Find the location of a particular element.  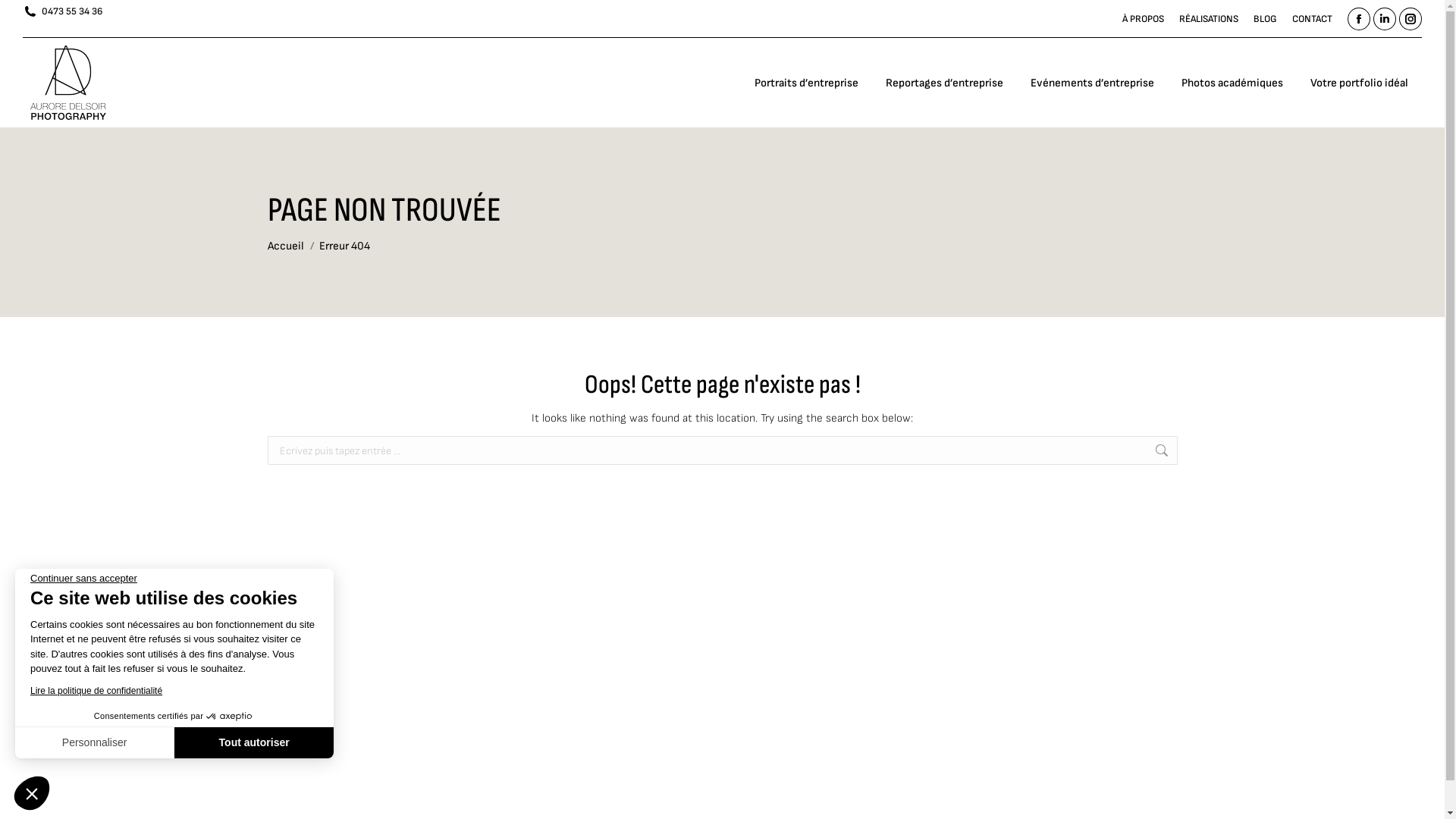

'LinkedIn page opens in new window' is located at coordinates (1384, 18).